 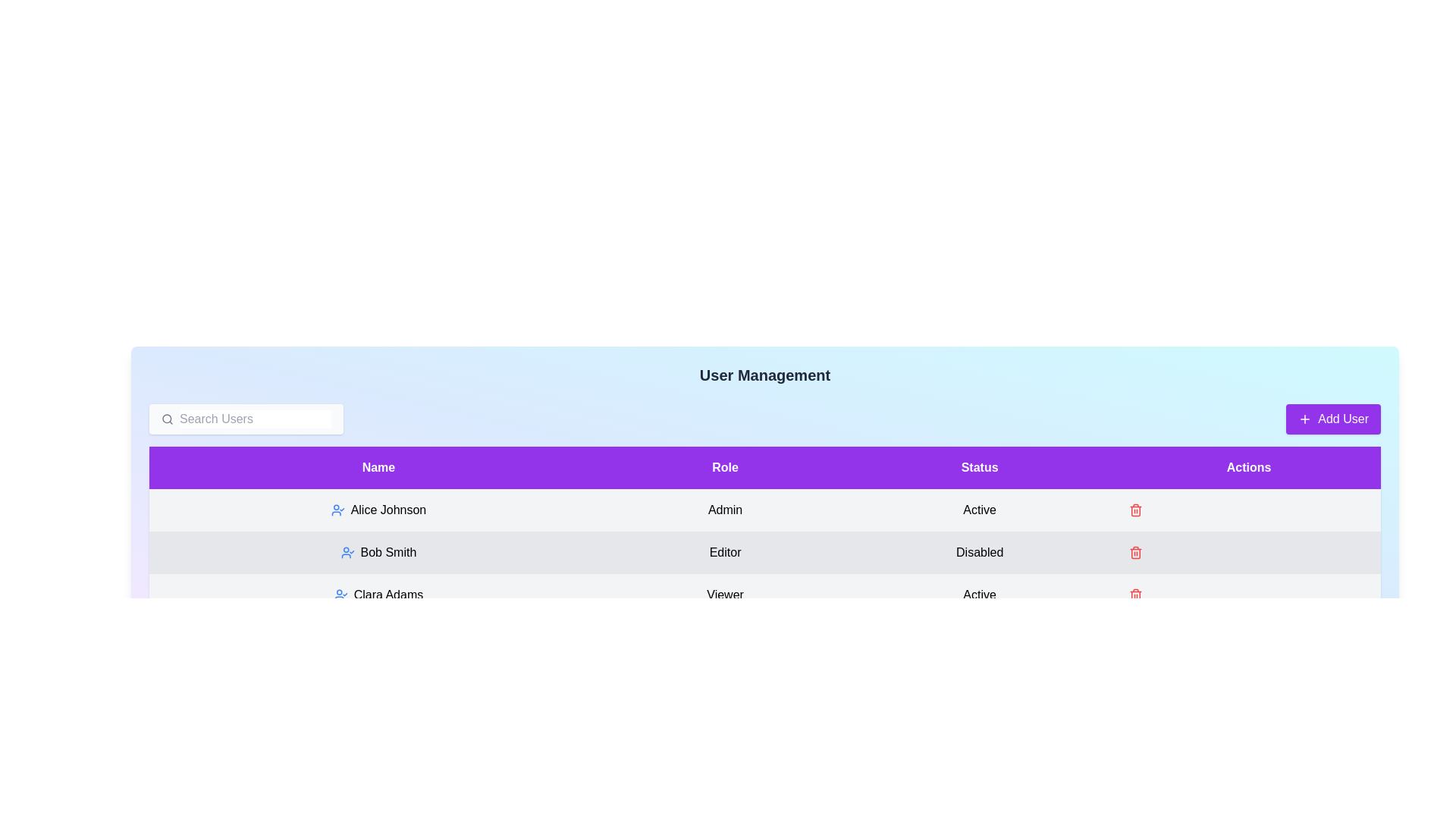 I want to click on the 'Add User' button to initiate the process of adding a new user, so click(x=1332, y=419).